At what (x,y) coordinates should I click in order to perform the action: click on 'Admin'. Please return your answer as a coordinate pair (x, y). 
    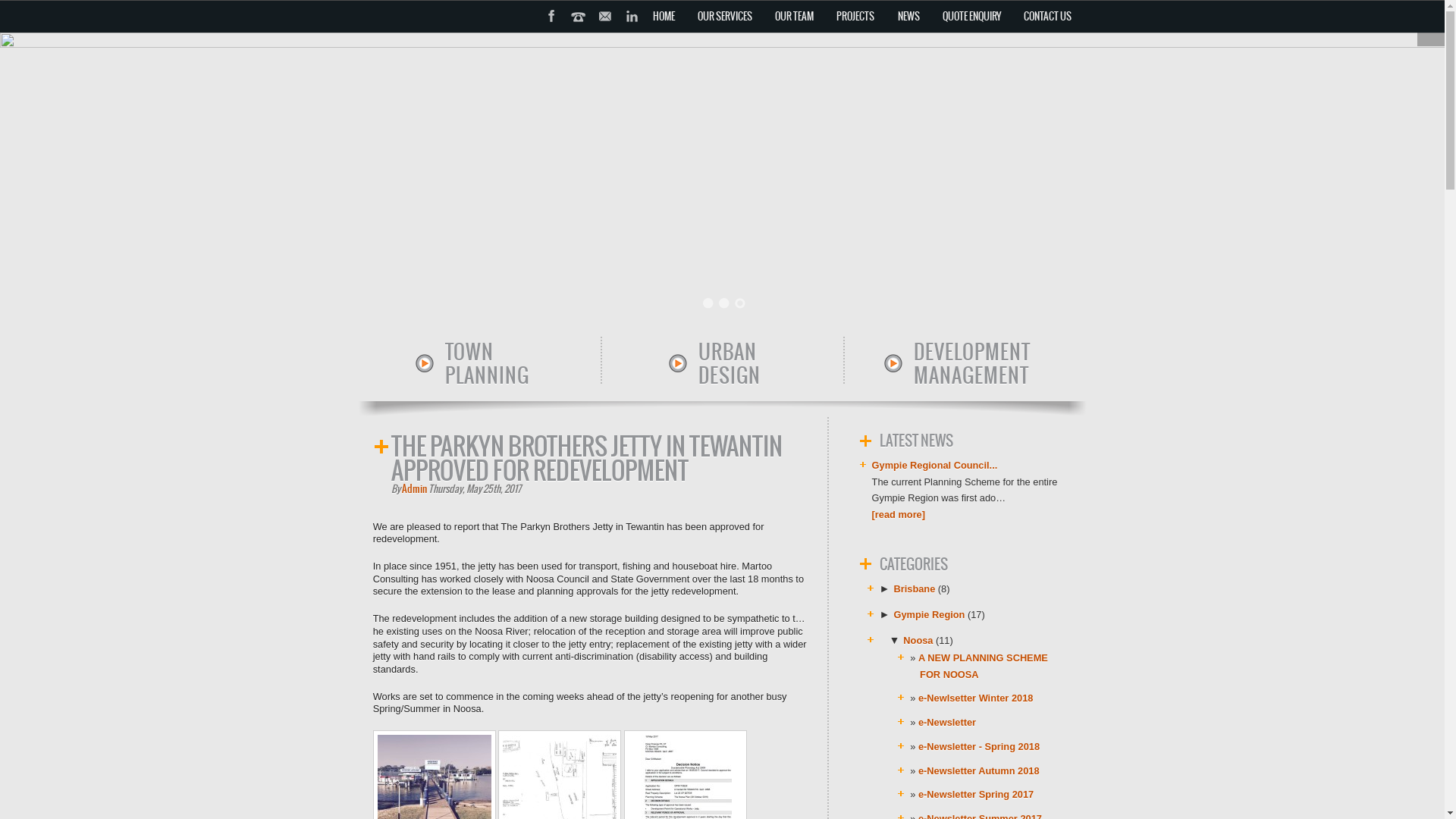
    Looking at the image, I should click on (414, 488).